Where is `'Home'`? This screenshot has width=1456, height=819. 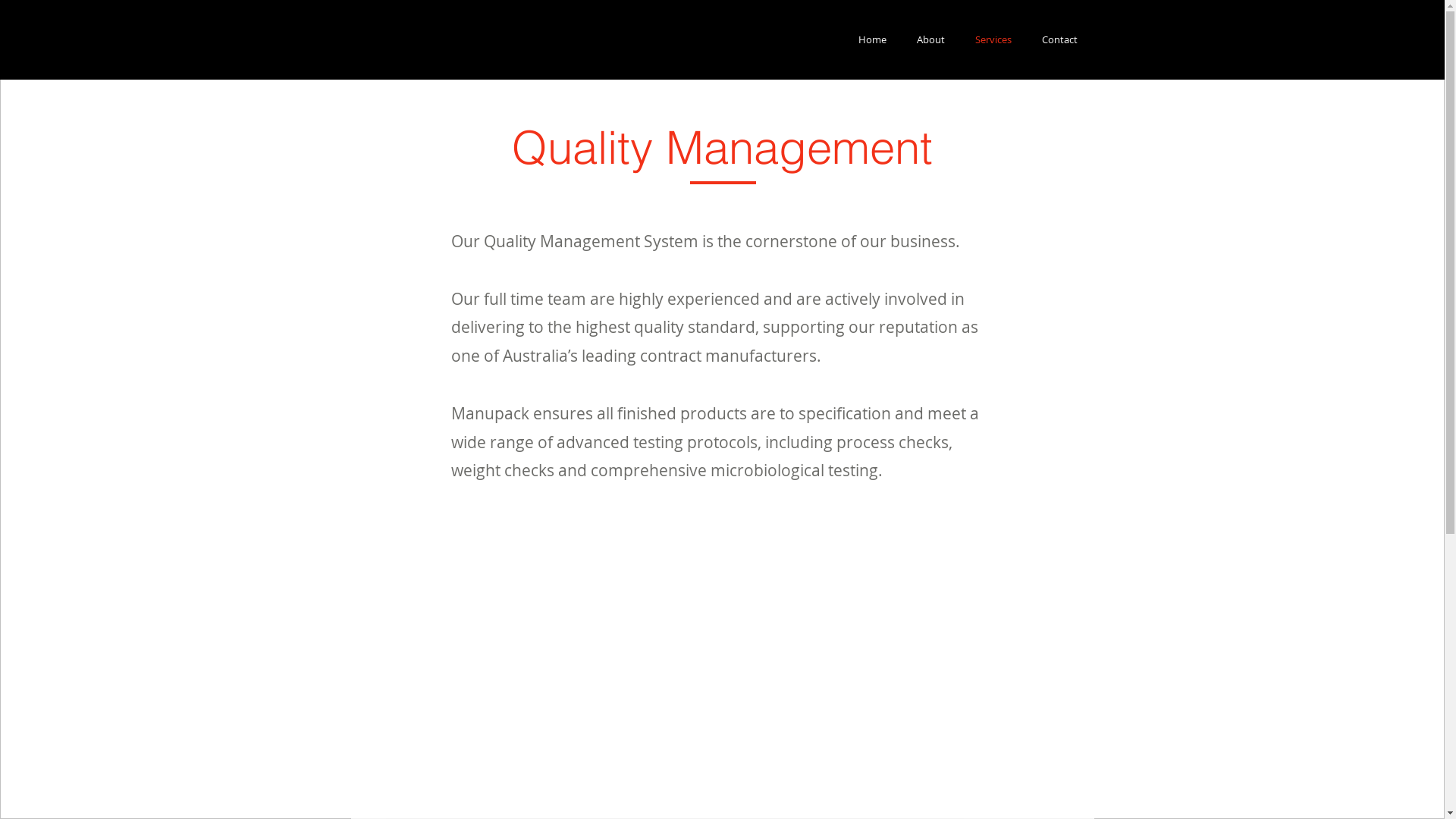 'Home' is located at coordinates (872, 39).